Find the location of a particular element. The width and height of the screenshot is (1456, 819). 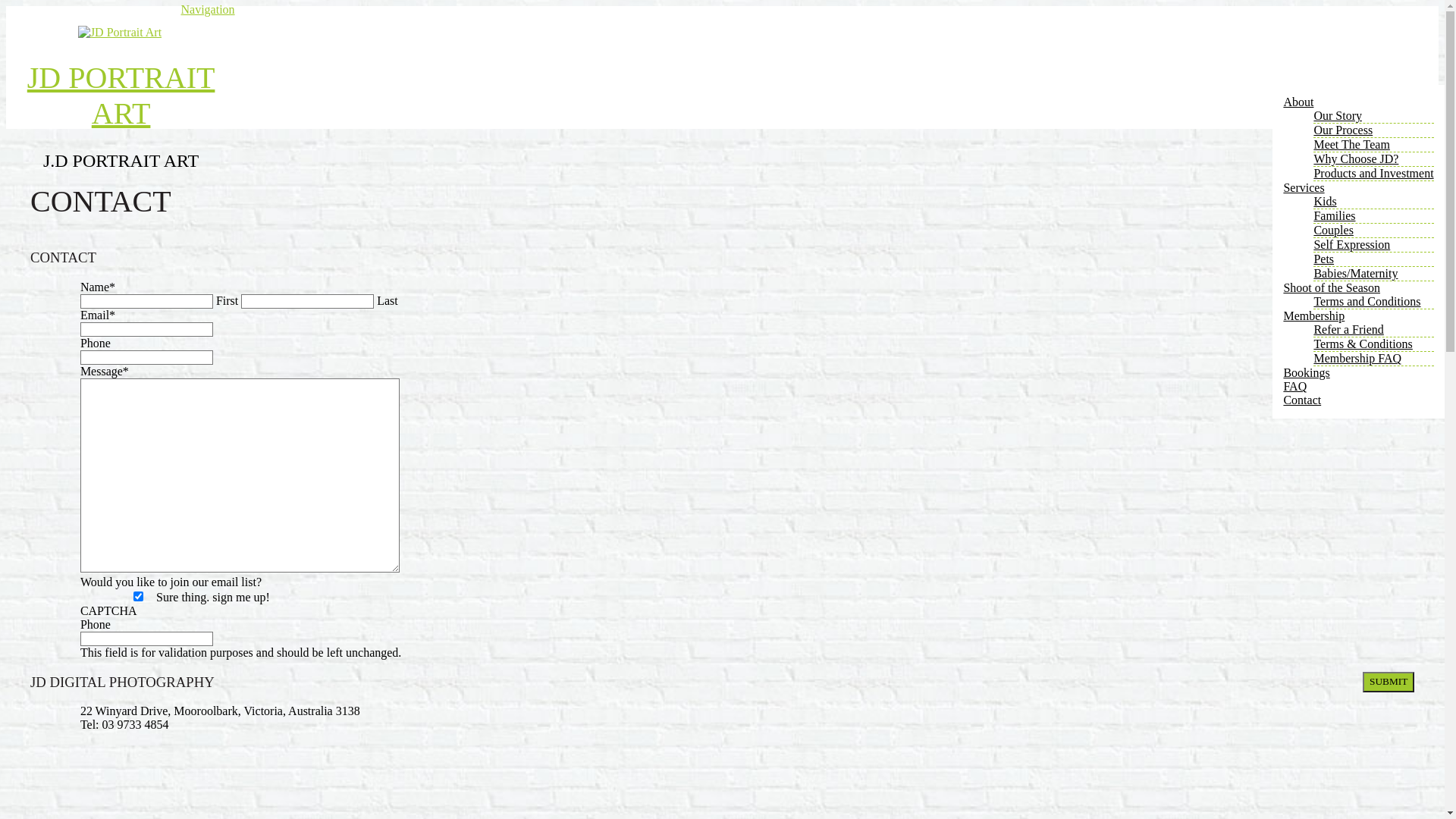

'Refer a Friend' is located at coordinates (1313, 328).